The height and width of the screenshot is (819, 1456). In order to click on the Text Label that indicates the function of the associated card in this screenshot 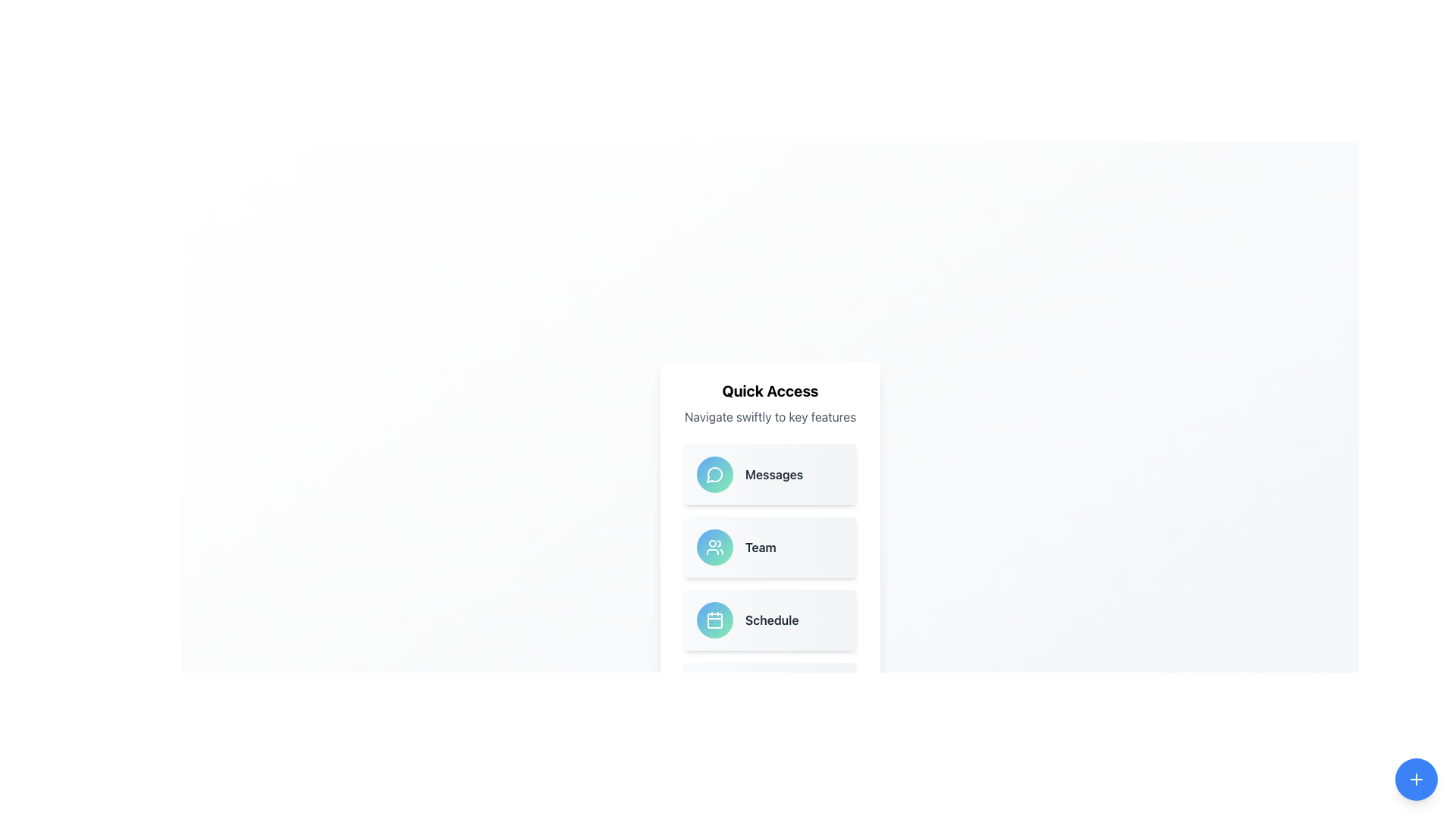, I will do `click(774, 473)`.